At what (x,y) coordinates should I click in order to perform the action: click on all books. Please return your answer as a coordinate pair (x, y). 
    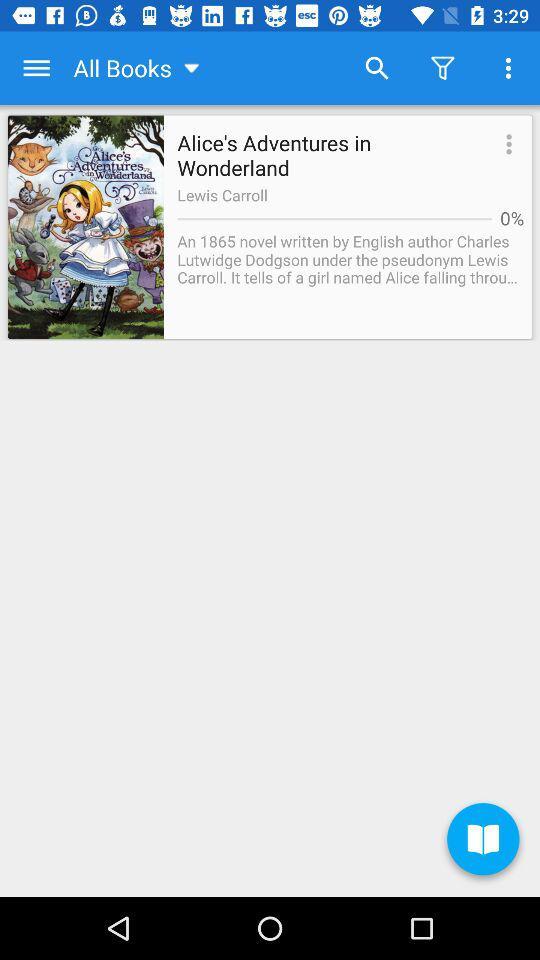
    Looking at the image, I should click on (137, 68).